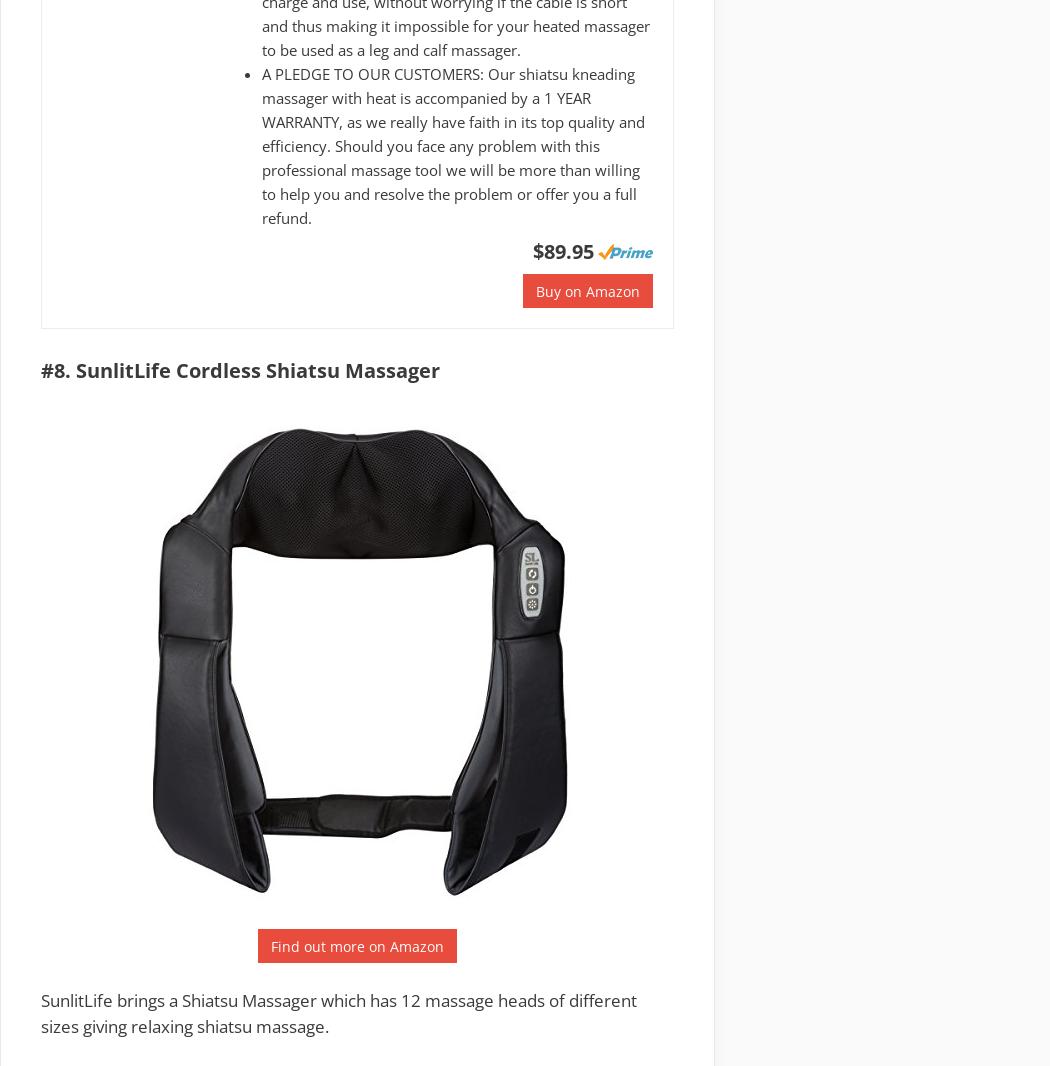  Describe the element at coordinates (536, 291) in the screenshot. I see `'Buy on Amazon'` at that location.